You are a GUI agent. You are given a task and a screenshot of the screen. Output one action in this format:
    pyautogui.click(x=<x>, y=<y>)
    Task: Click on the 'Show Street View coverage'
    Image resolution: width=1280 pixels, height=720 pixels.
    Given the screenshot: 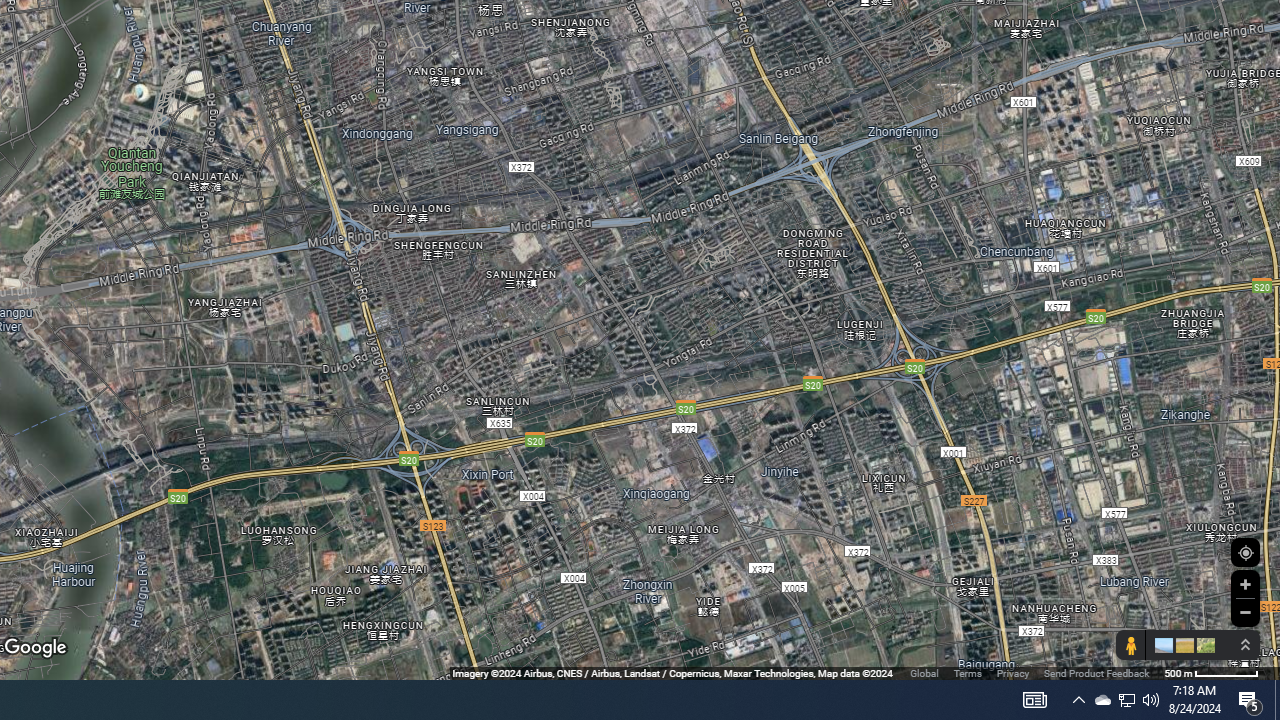 What is the action you would take?
    pyautogui.click(x=1130, y=645)
    